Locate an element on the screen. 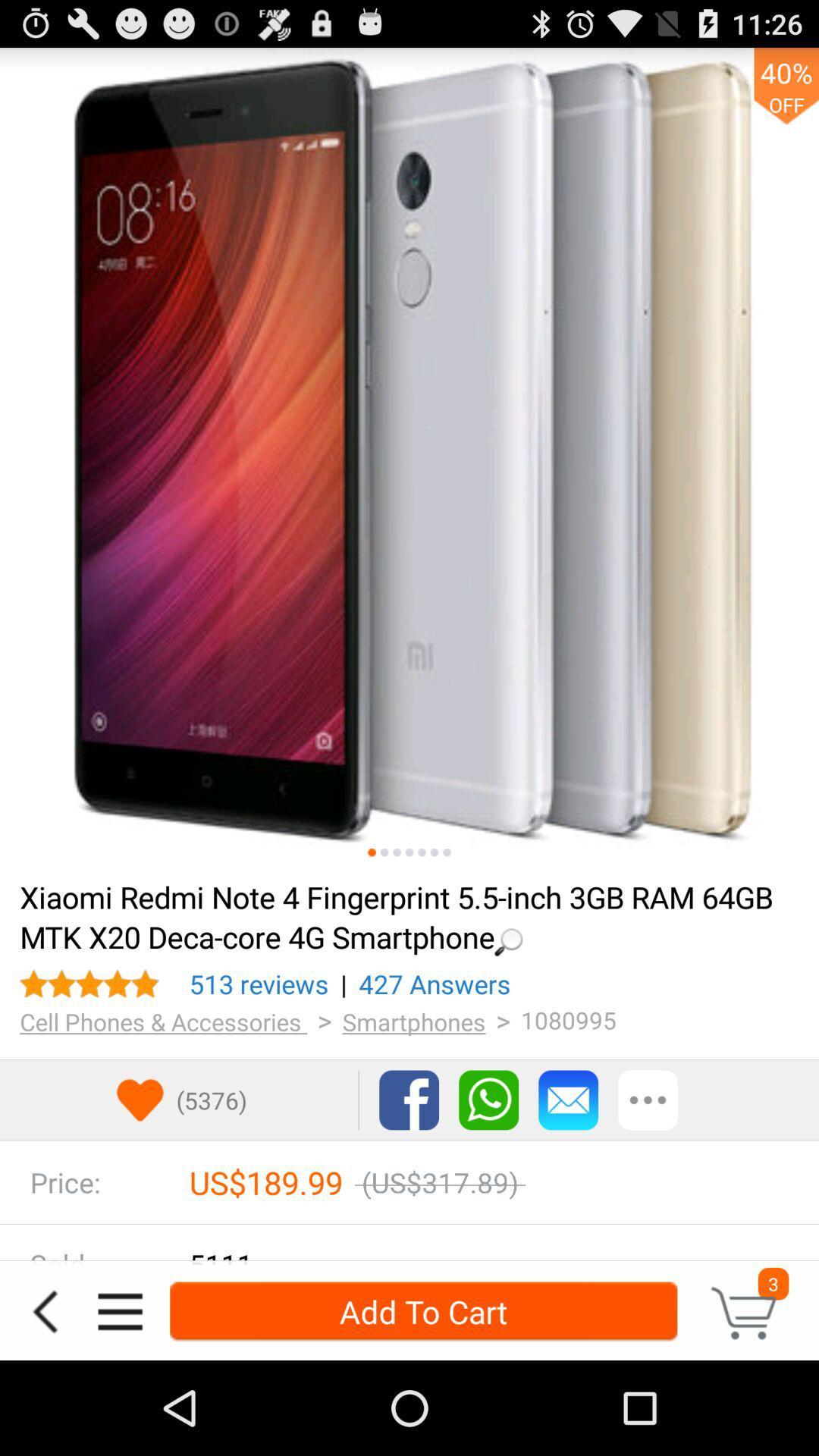 This screenshot has width=819, height=1456. photo of the phone is located at coordinates (372, 852).